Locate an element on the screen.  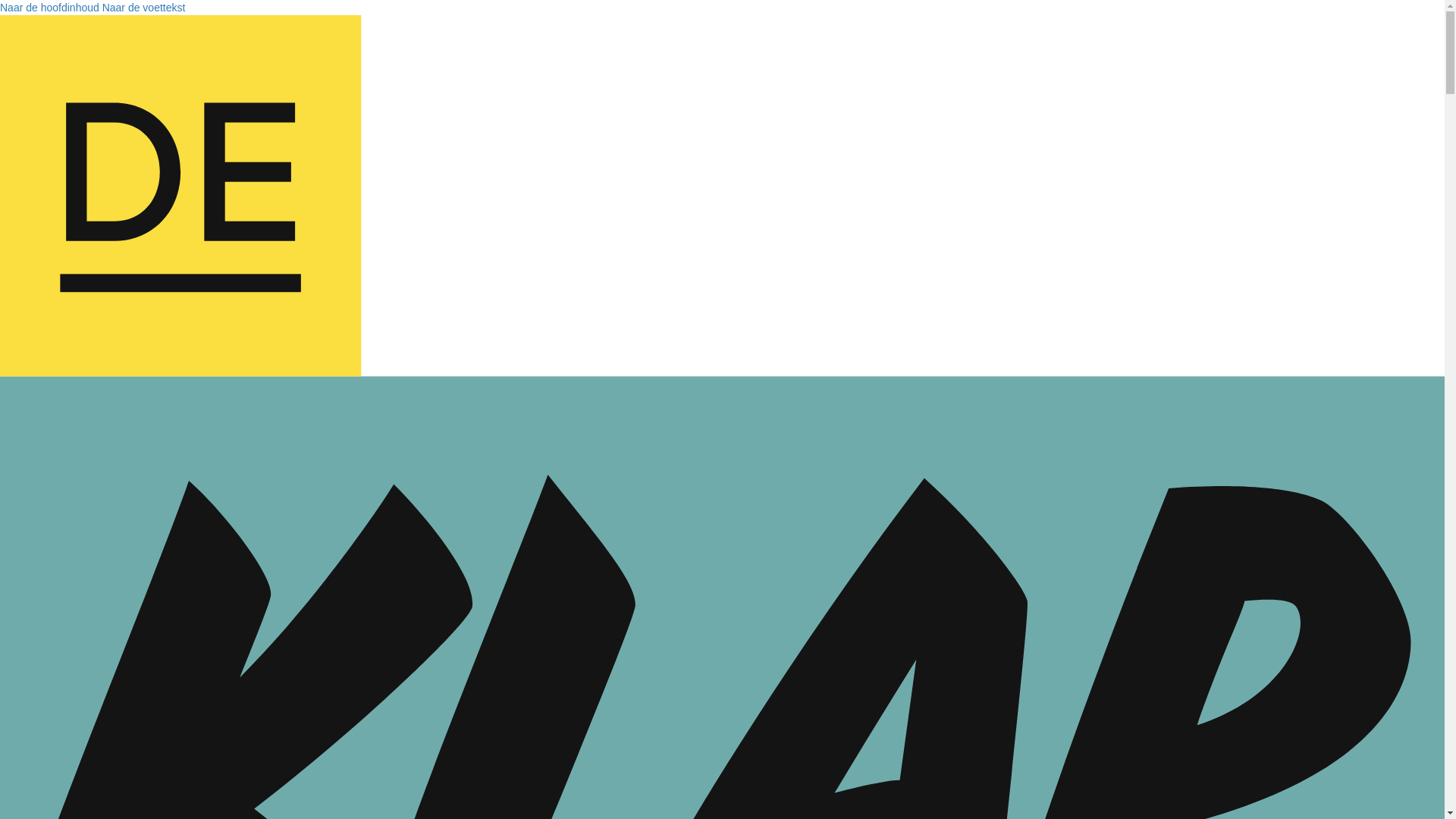
'Naar de hoofdinhoud' is located at coordinates (49, 8).